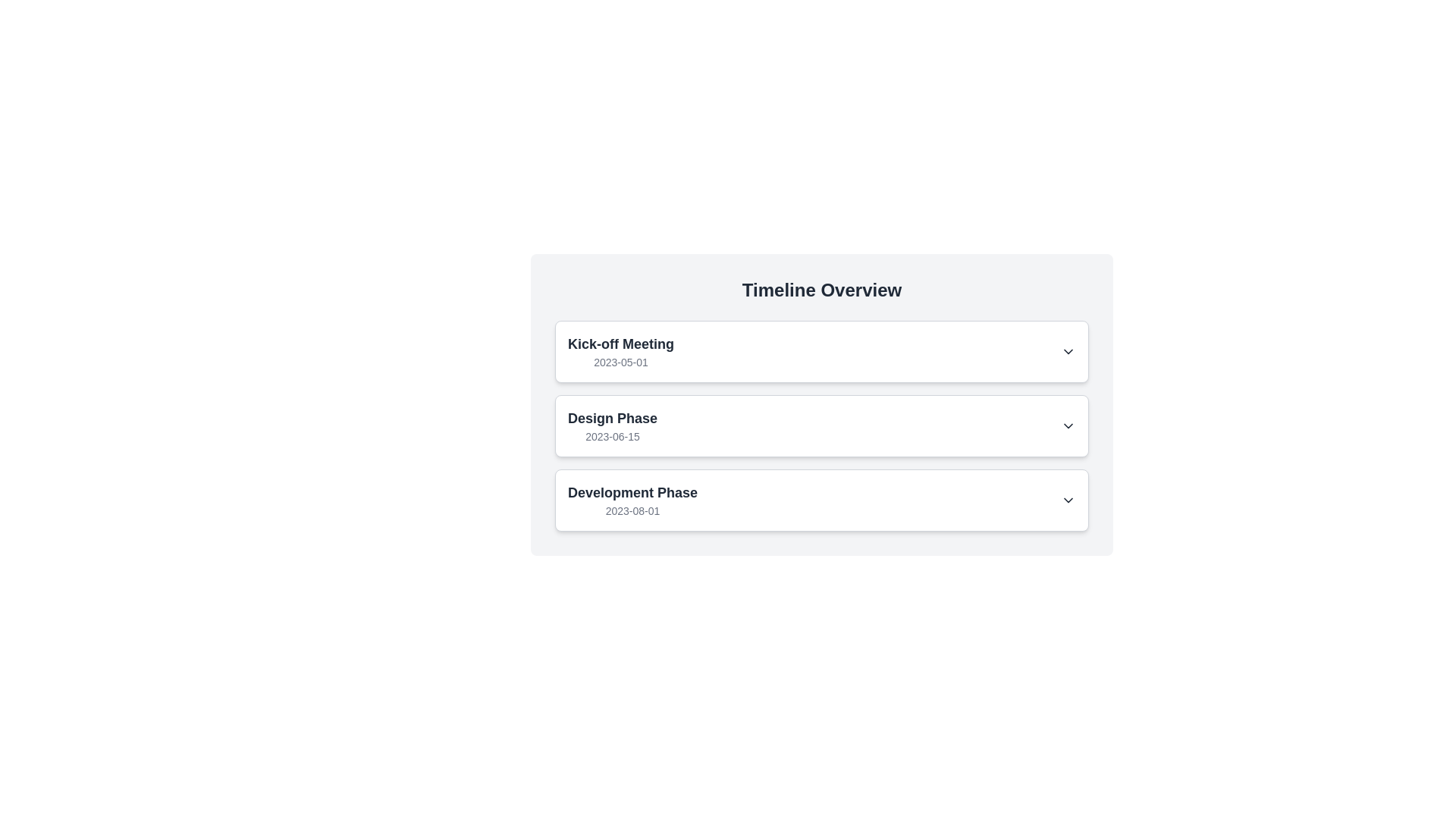 This screenshot has height=819, width=1456. Describe the element at coordinates (612, 418) in the screenshot. I see `the text label displaying the current phase's name in the 'Timeline Overview', which is the second item in the list, located above the date '2023-06-15'` at that location.